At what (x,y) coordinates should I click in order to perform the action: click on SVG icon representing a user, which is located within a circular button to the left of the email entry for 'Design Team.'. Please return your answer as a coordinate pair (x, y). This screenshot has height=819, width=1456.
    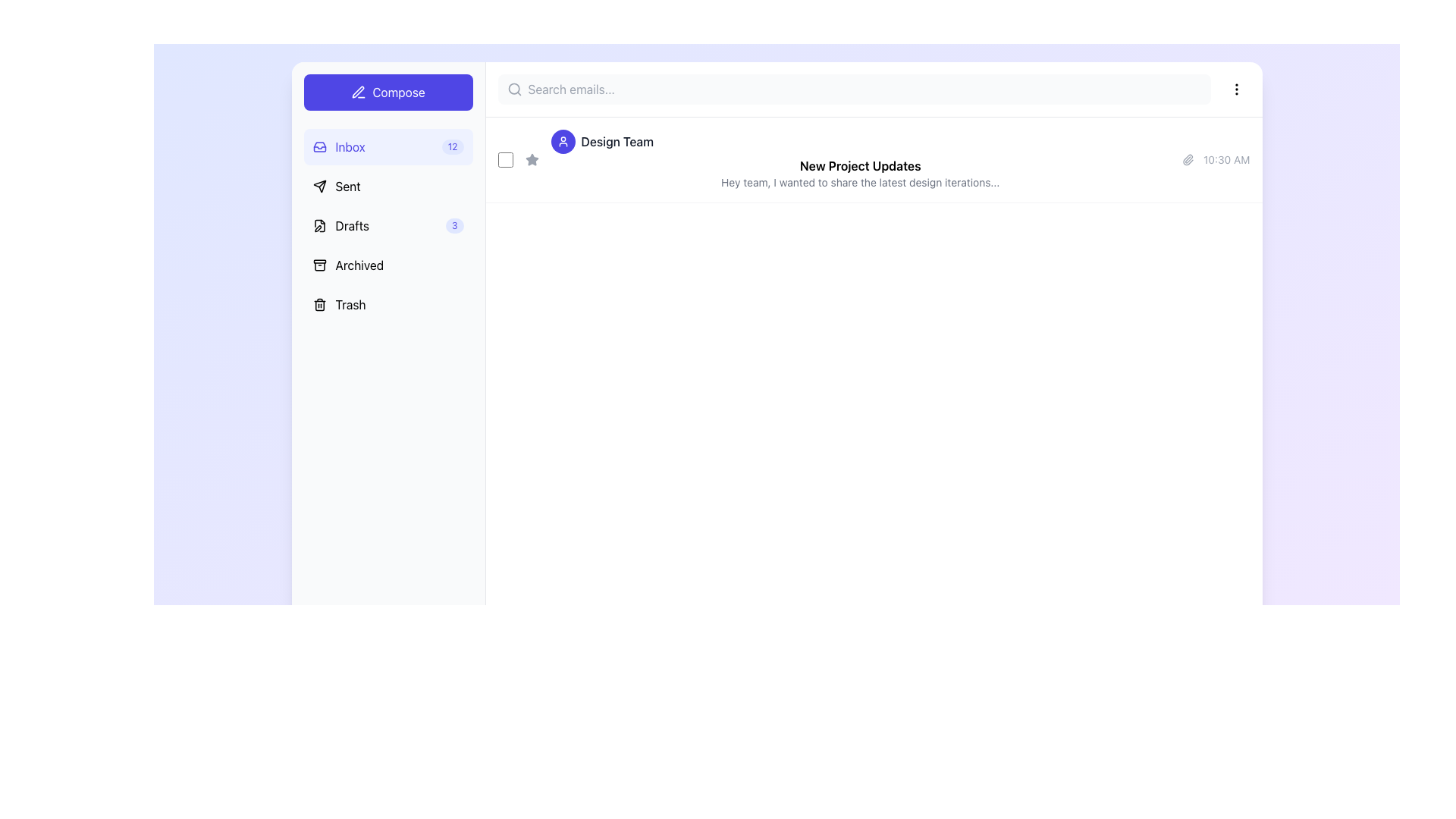
    Looking at the image, I should click on (562, 141).